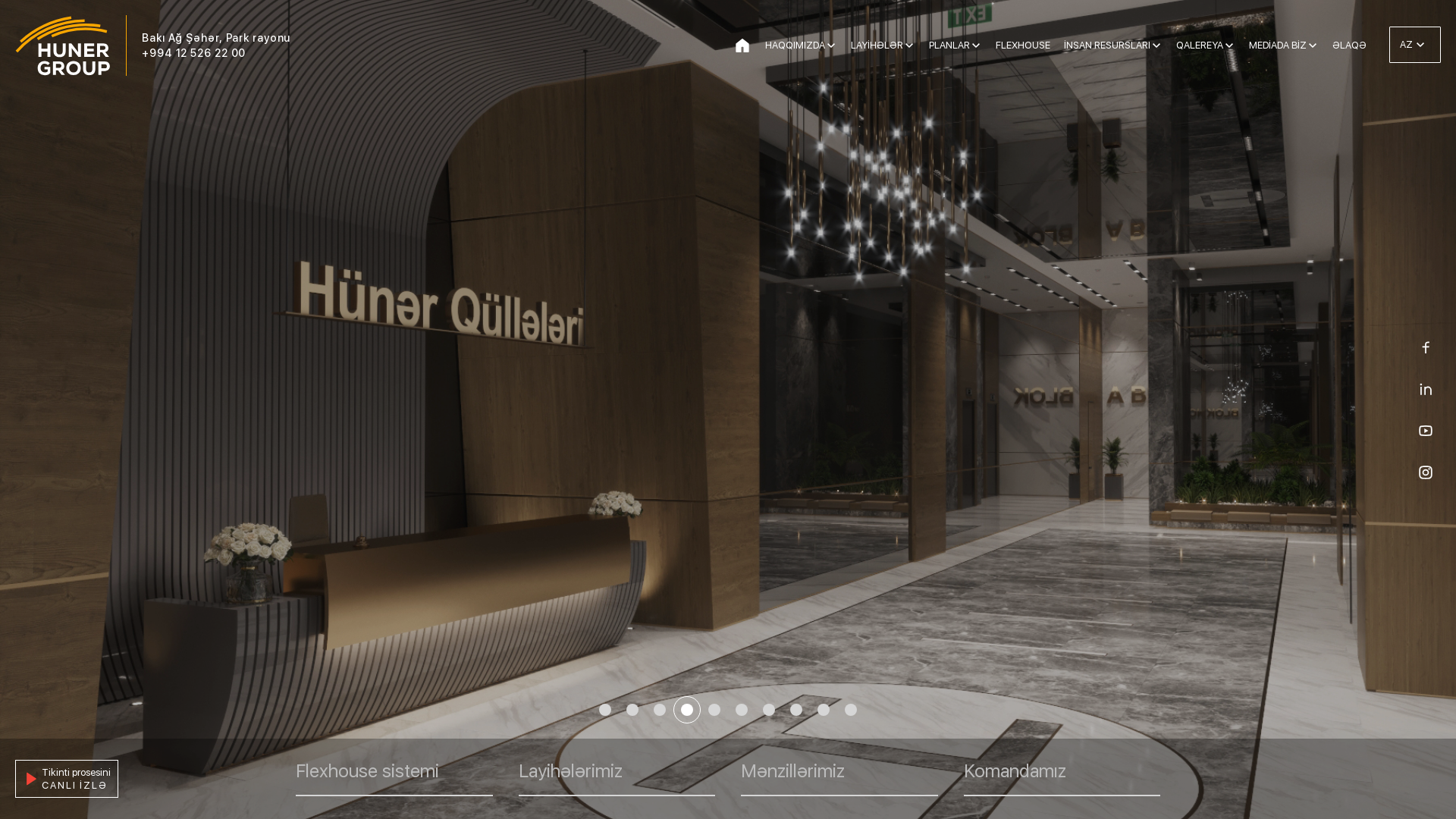  What do you see at coordinates (836, 710) in the screenshot?
I see `'10'` at bounding box center [836, 710].